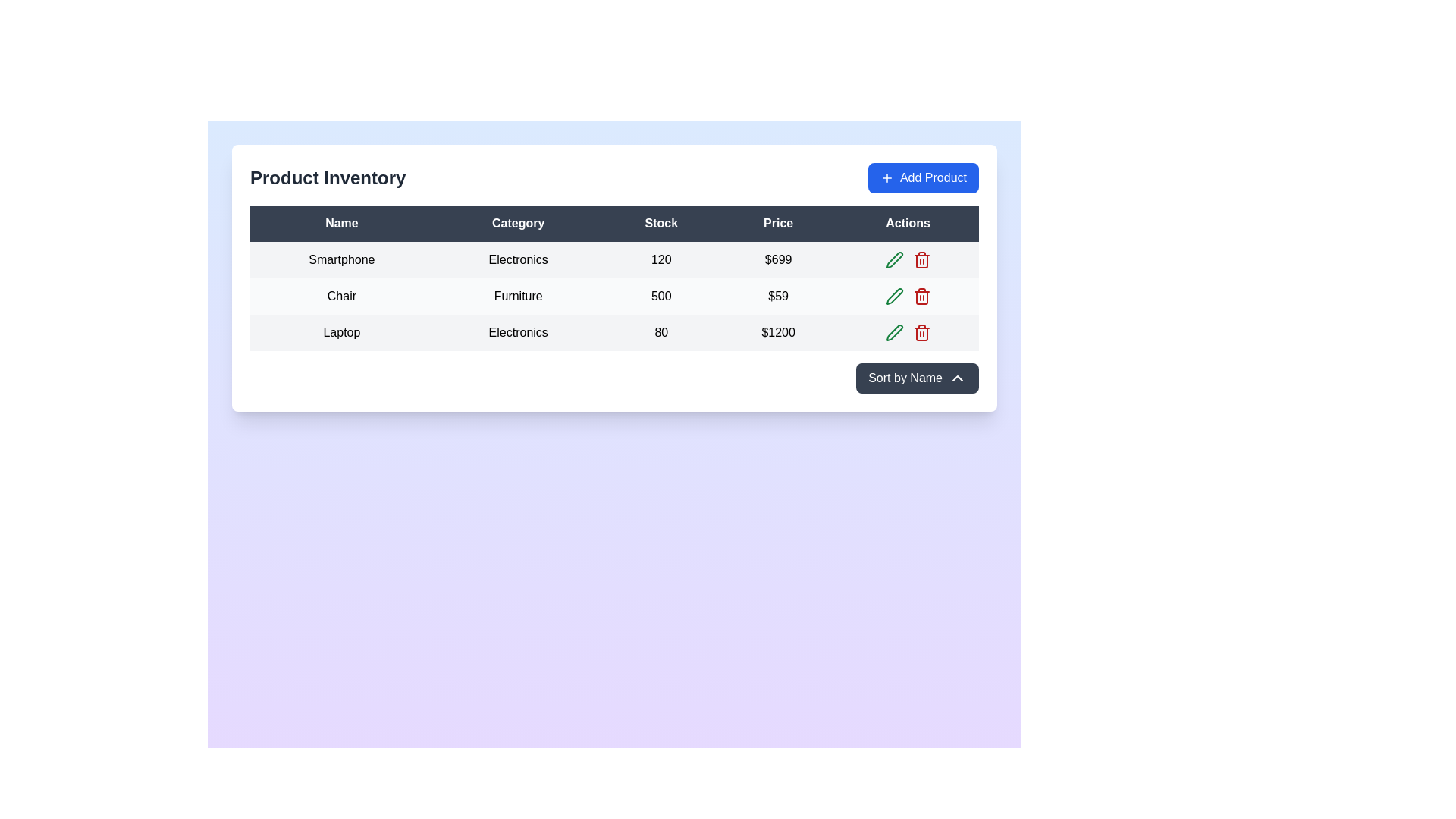 The width and height of the screenshot is (1456, 819). What do you see at coordinates (956, 377) in the screenshot?
I see `the current sort direction represented by the upward-pointing chevron icon located to the right of the 'Sort by Name' text` at bounding box center [956, 377].